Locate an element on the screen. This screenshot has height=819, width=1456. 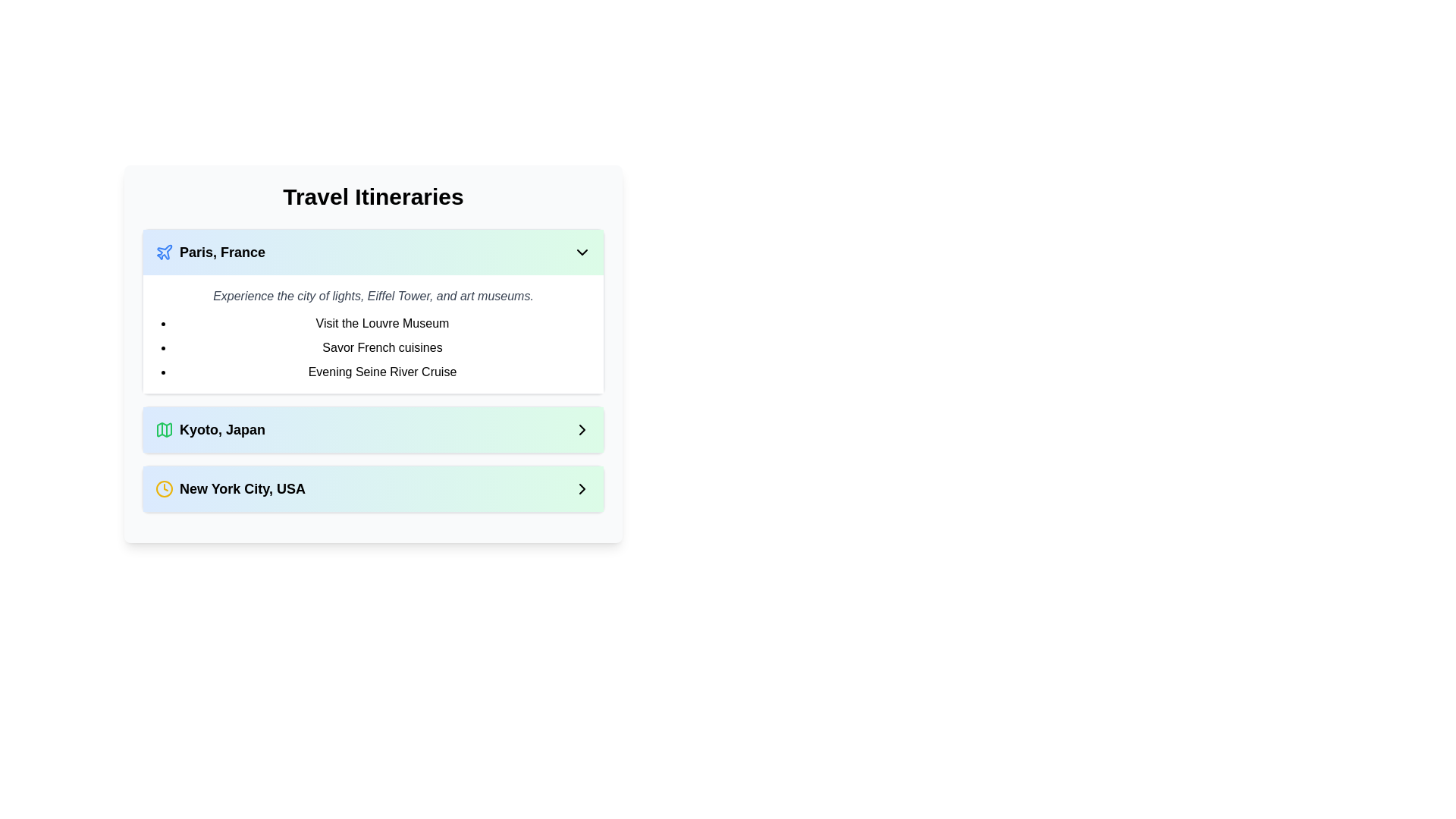
the text label element displaying 'Visit the Louvre Museum' in a bulleted list under 'Paris, France' in the 'Travel Itineraries' panel is located at coordinates (382, 323).